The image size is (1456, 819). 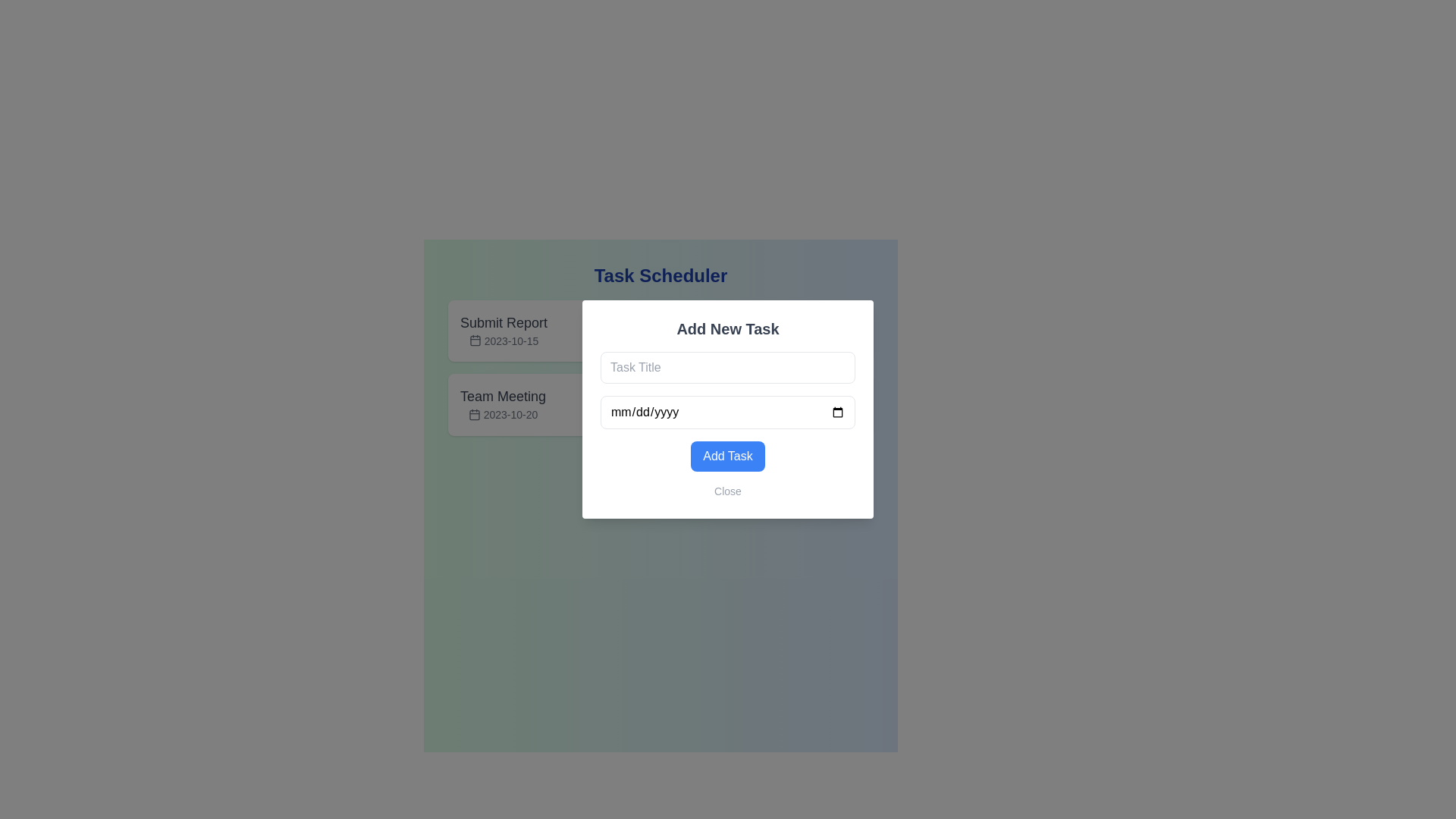 I want to click on the confirmation SVG icon located inside the green action button at the right side of the button in the 'Add New Task' pop-up modal, so click(x=839, y=403).